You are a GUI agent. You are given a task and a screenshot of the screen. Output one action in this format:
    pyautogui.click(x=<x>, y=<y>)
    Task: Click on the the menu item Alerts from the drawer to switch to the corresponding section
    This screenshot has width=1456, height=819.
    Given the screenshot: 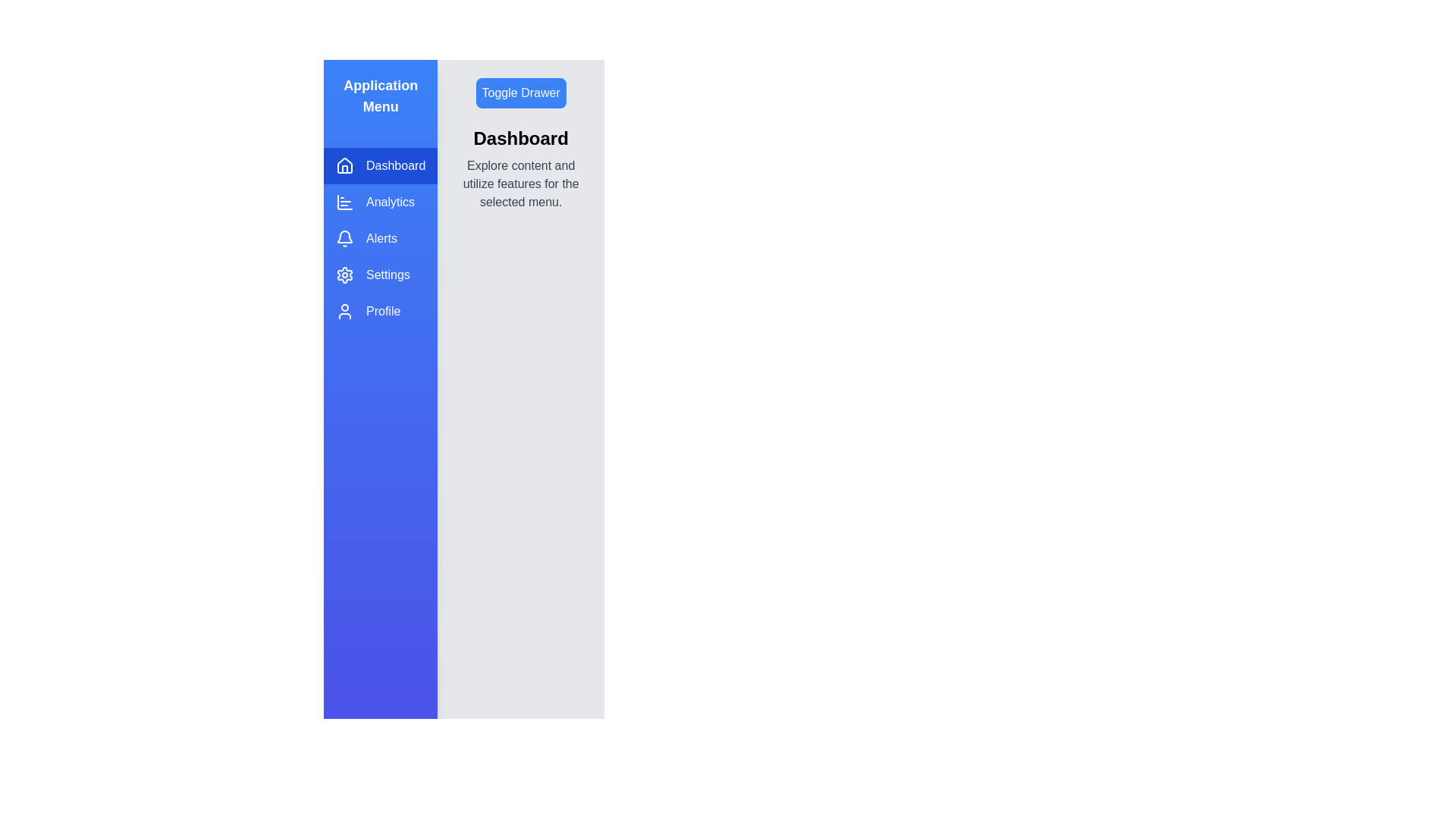 What is the action you would take?
    pyautogui.click(x=381, y=239)
    